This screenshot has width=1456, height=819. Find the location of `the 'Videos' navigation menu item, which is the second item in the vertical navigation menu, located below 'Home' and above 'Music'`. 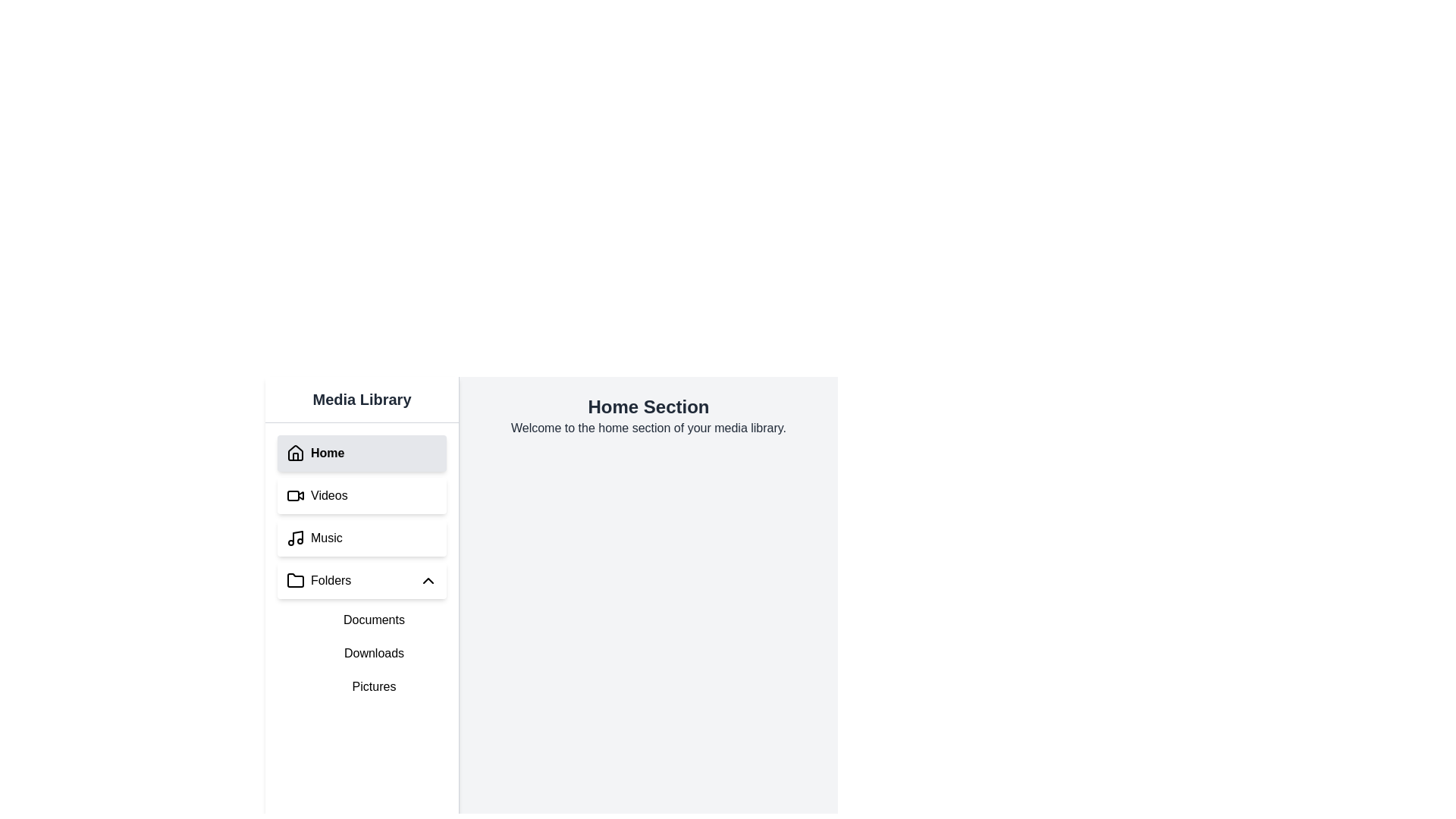

the 'Videos' navigation menu item, which is the second item in the vertical navigation menu, located below 'Home' and above 'Music' is located at coordinates (361, 496).